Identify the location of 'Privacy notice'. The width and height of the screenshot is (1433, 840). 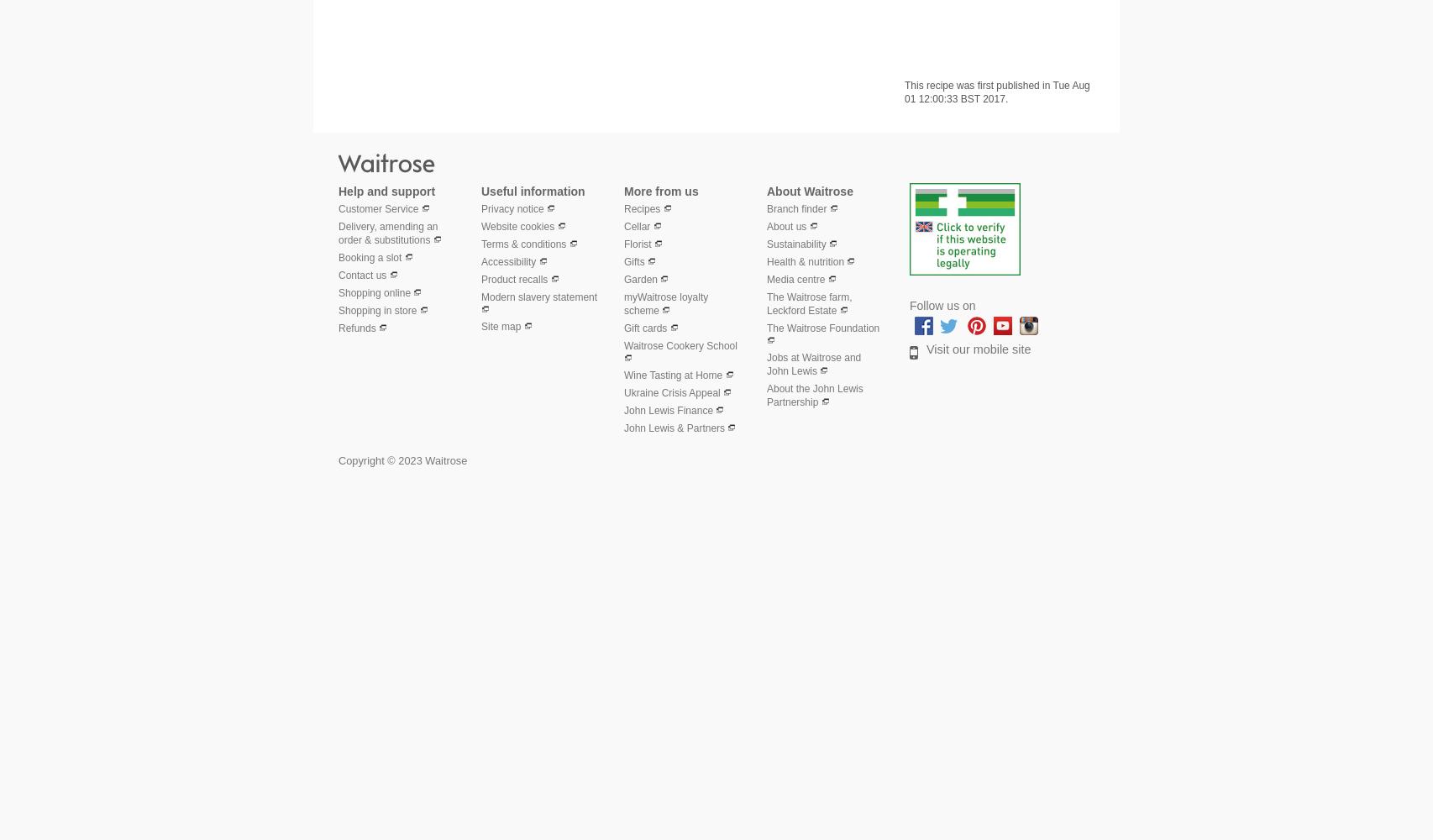
(512, 207).